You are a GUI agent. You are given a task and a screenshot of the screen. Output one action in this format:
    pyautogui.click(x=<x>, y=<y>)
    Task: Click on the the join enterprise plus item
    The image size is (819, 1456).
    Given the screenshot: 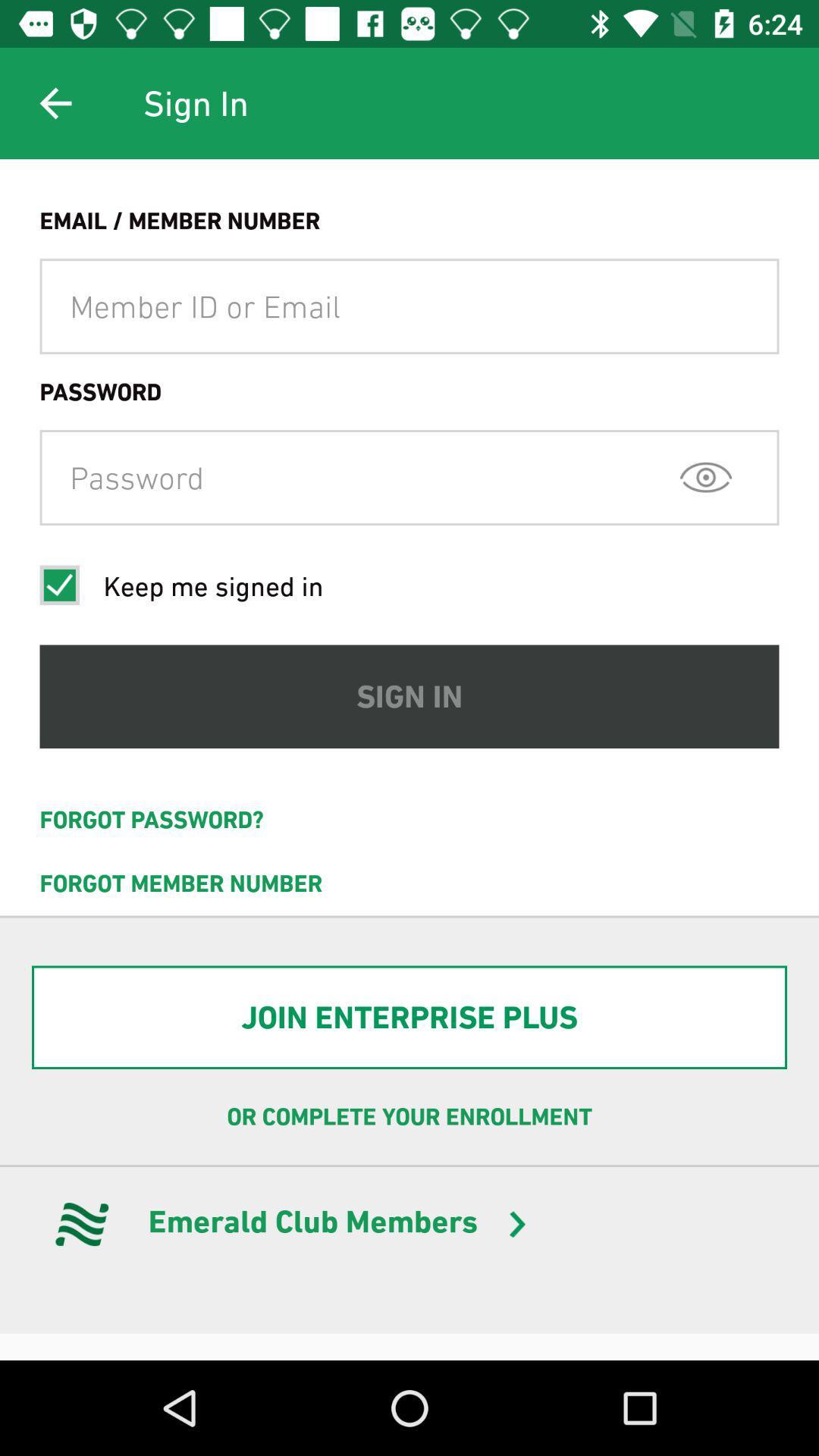 What is the action you would take?
    pyautogui.click(x=409, y=1017)
    